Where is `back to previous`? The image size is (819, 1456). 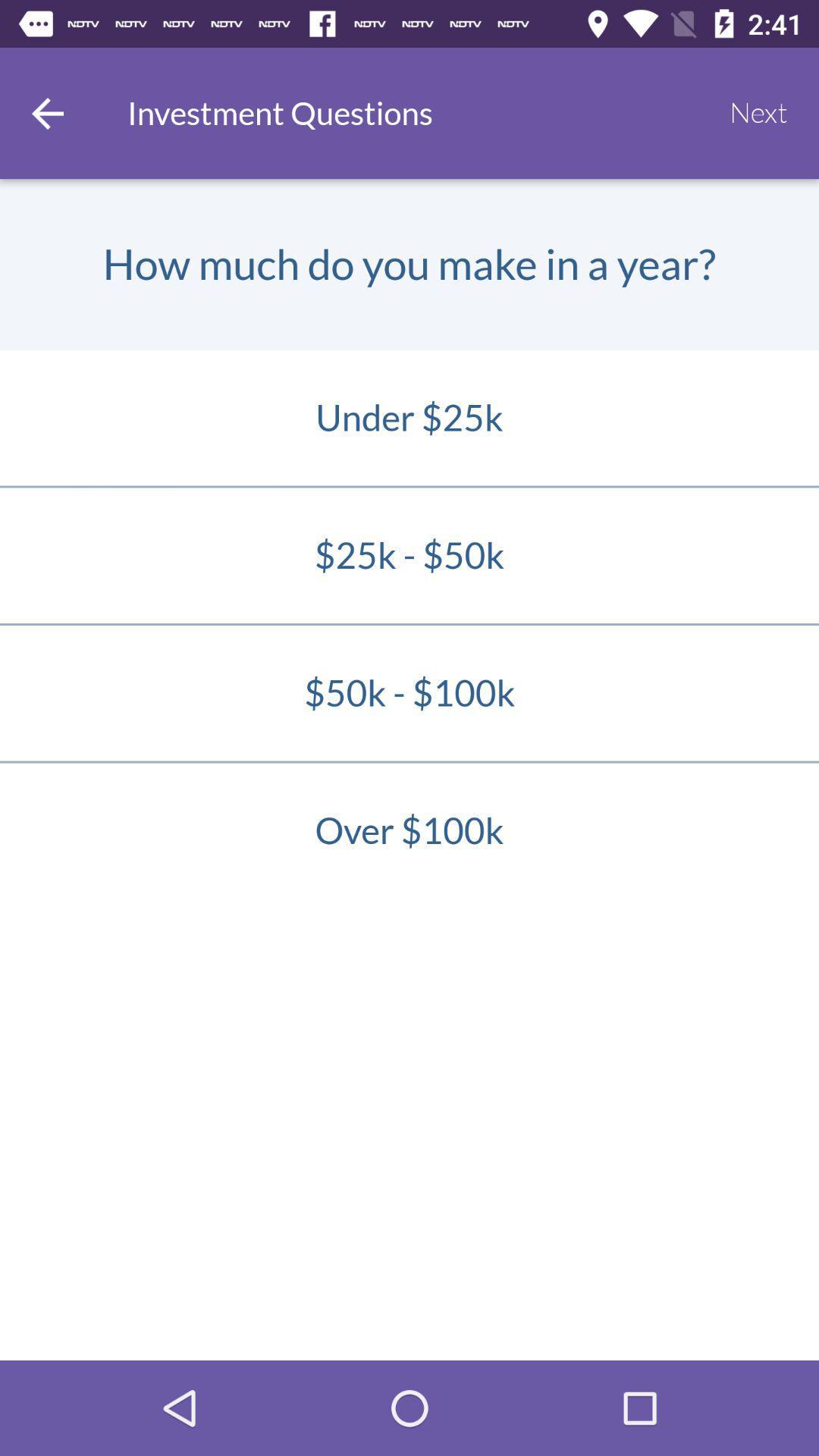 back to previous is located at coordinates (46, 112).